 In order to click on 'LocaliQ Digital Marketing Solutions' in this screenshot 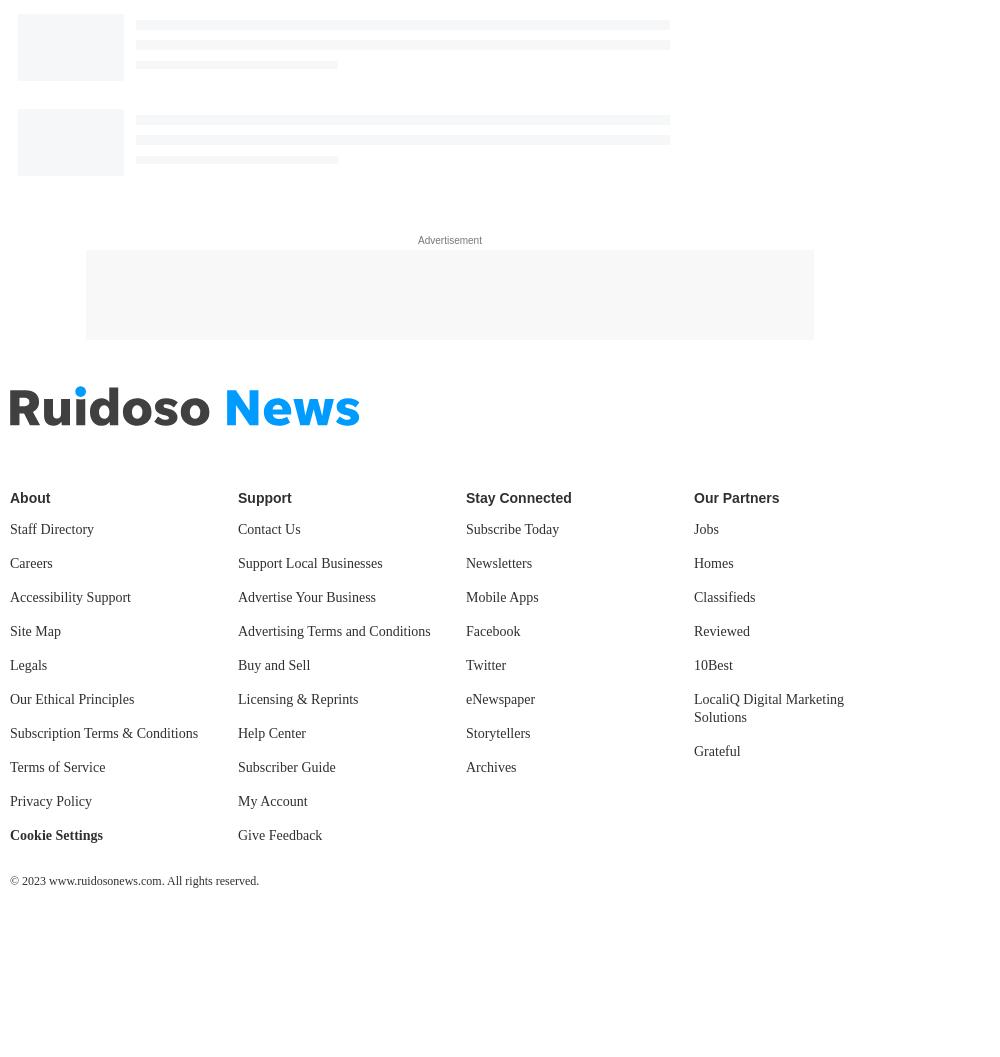, I will do `click(769, 707)`.